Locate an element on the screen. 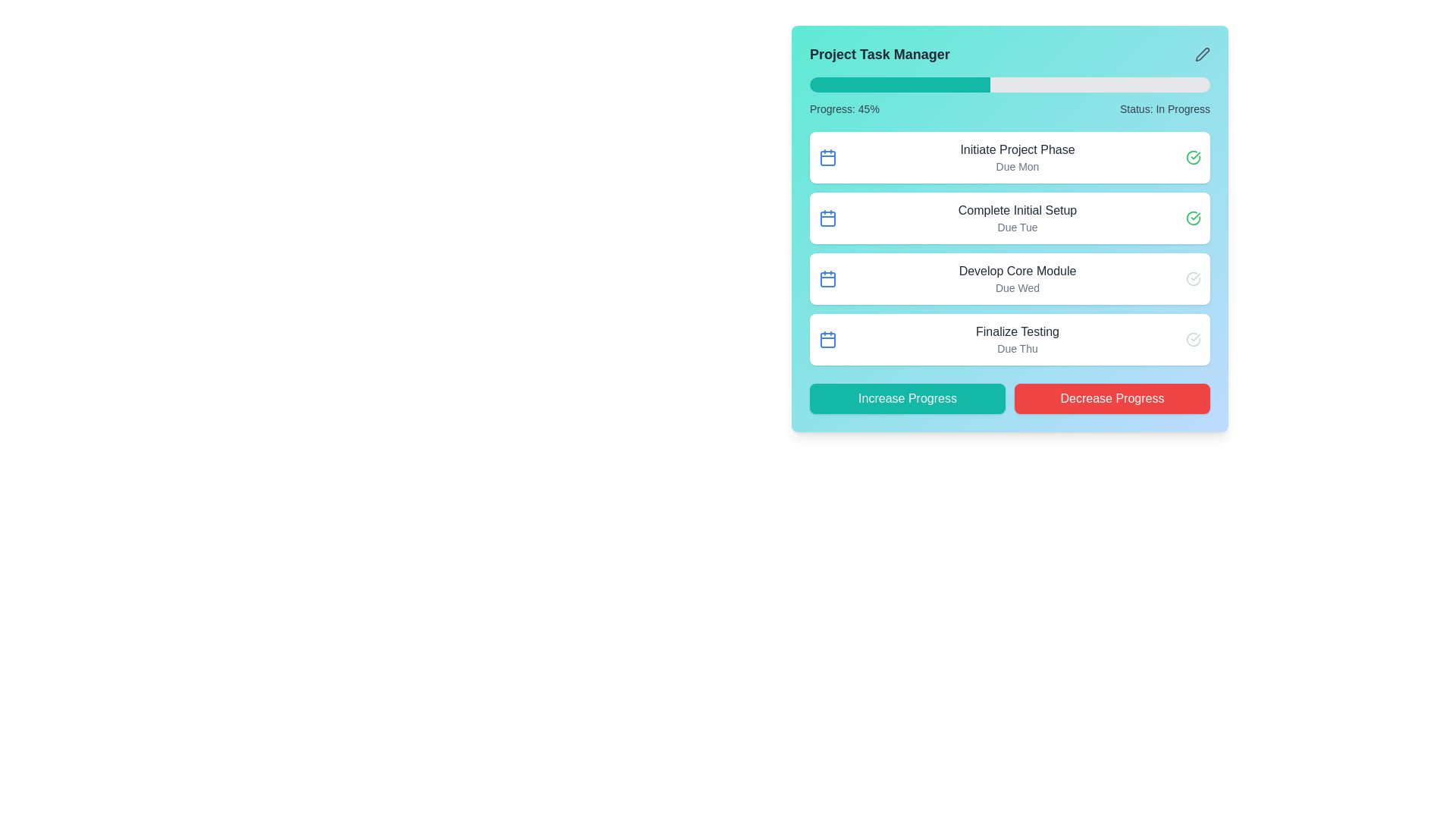 The width and height of the screenshot is (1456, 819). the completion status indicator icon located at the far right of the 'Complete Initial Setup' task in the task list area is located at coordinates (1193, 218).